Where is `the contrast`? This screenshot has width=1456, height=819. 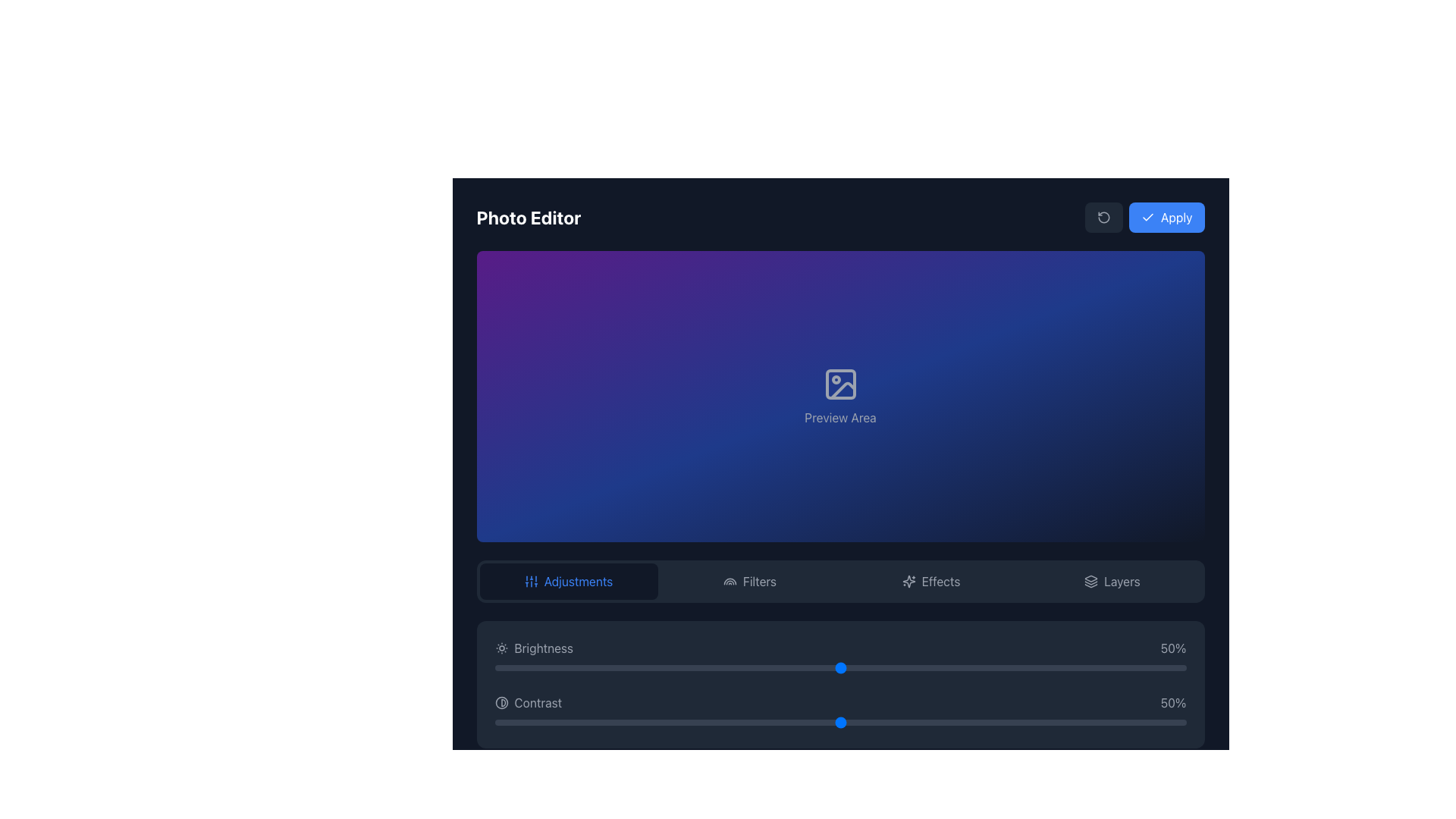
the contrast is located at coordinates (515, 721).